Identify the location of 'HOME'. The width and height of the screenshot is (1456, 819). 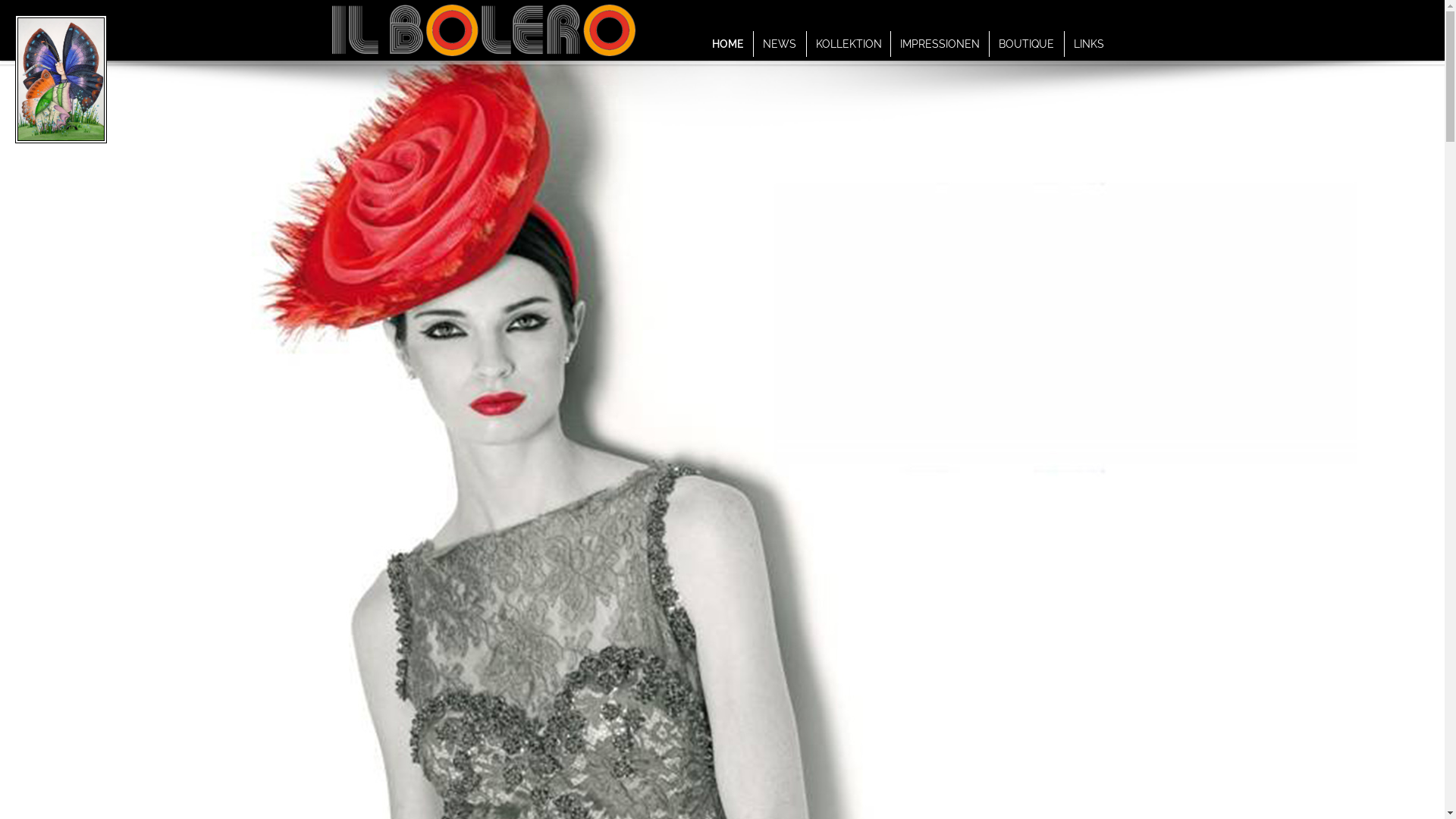
(726, 42).